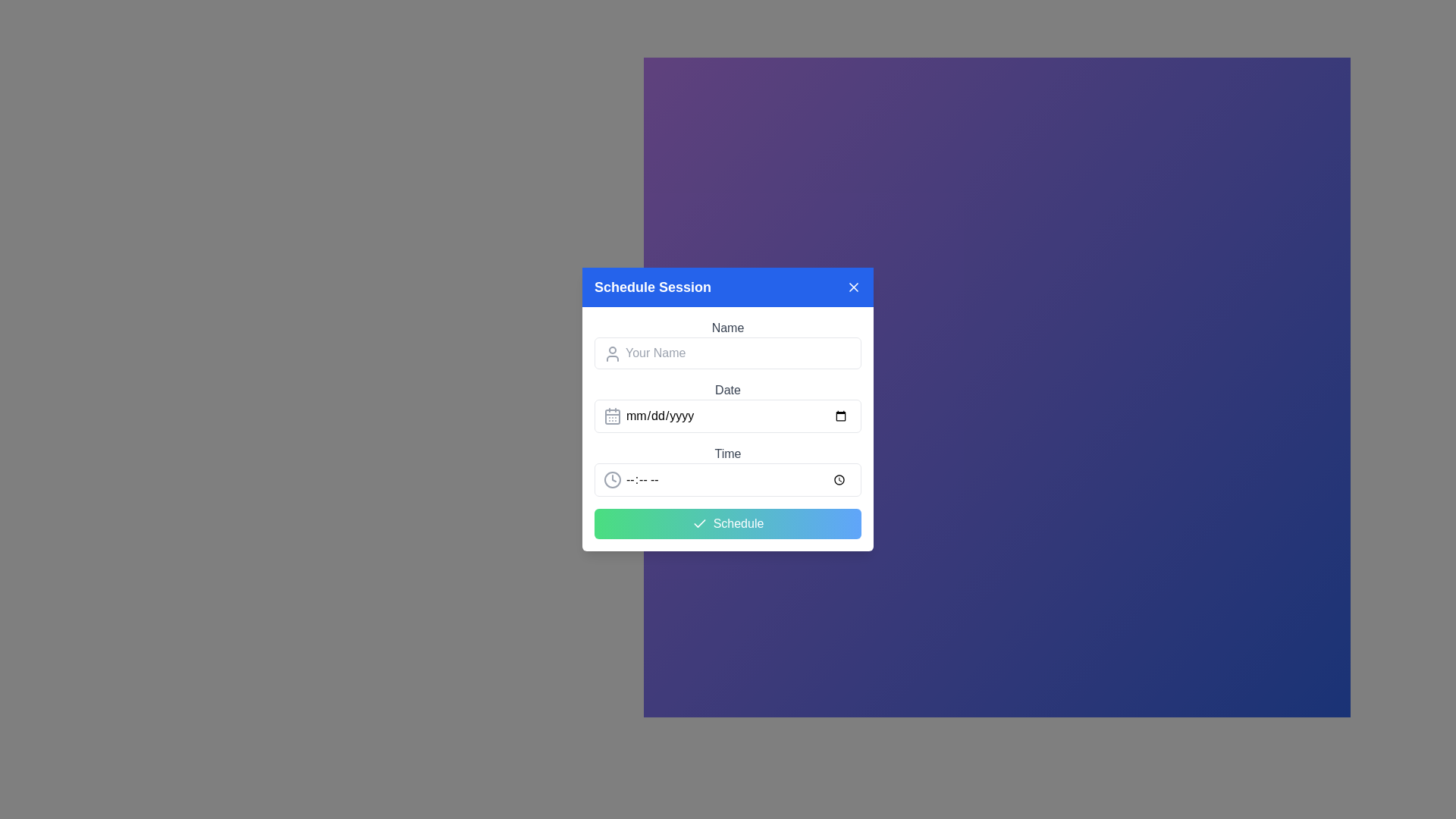 The height and width of the screenshot is (819, 1456). Describe the element at coordinates (728, 522) in the screenshot. I see `the submission button located in the 'Schedule Session' modal dialog` at that location.